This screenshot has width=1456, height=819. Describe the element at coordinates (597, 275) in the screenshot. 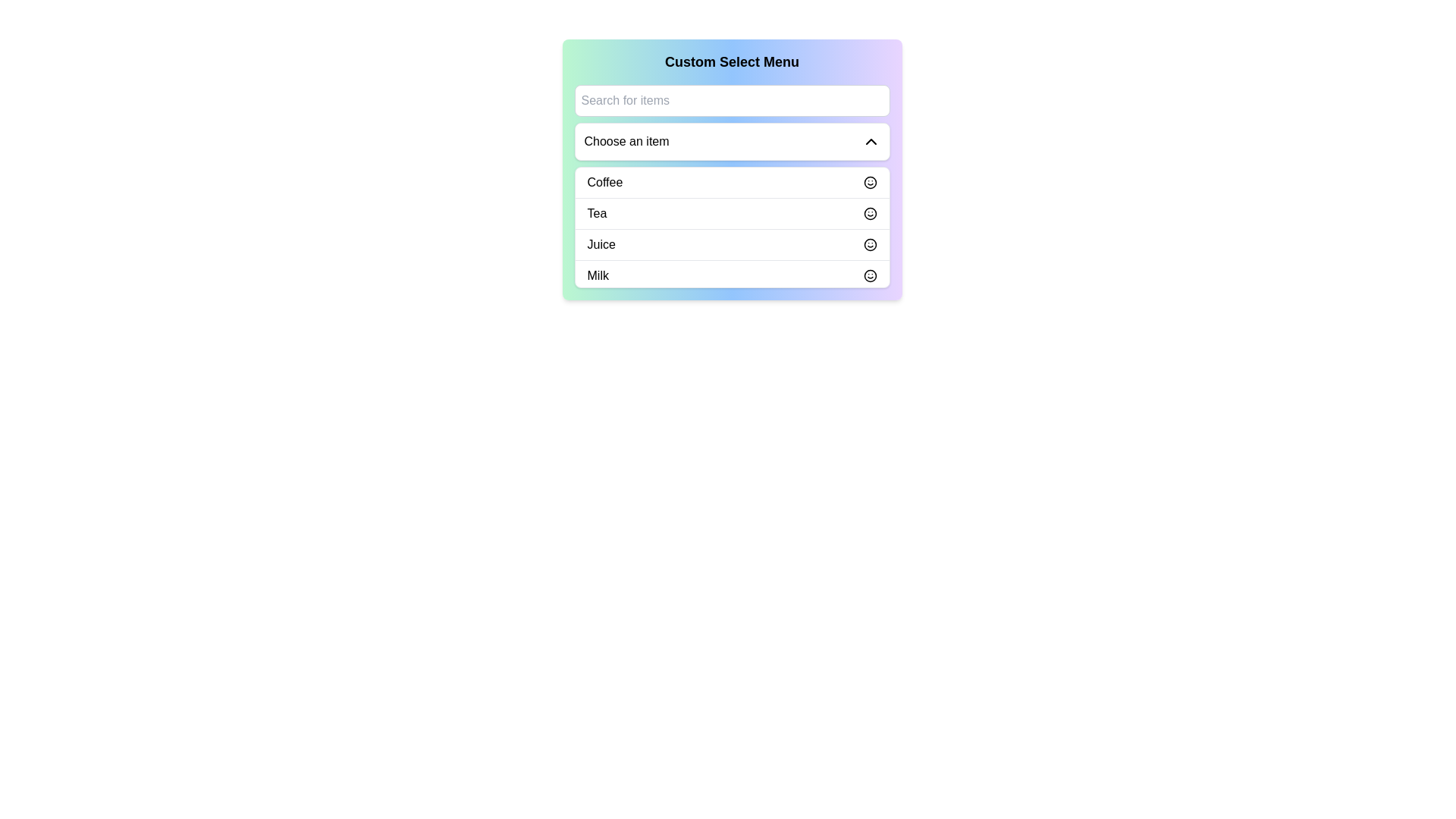

I see `the 'Milk' text label in the fourth row of the dropdown list under 'Custom Select Menu'` at that location.